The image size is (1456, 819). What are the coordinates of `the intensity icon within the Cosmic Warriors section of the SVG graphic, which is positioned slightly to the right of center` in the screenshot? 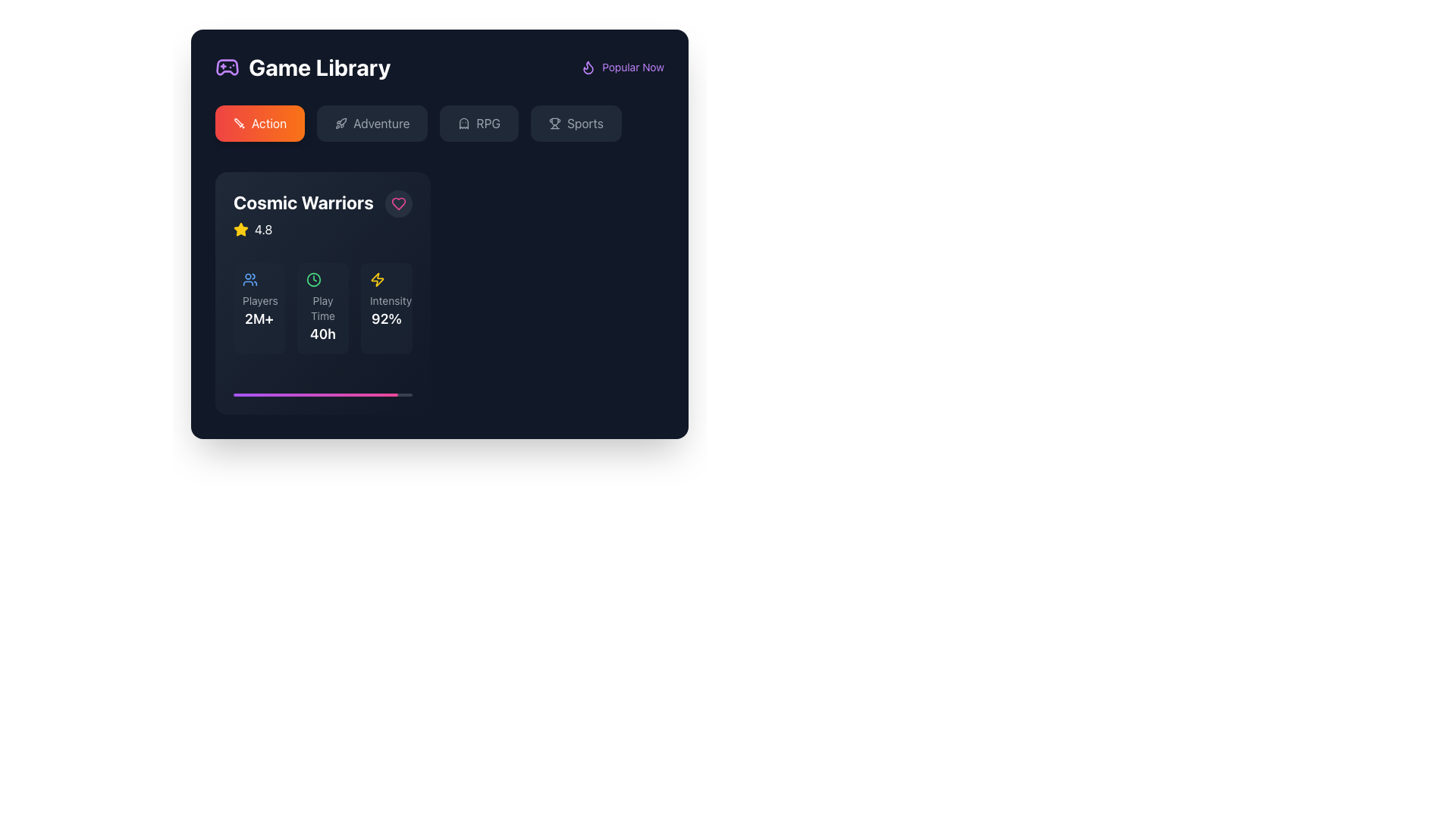 It's located at (378, 280).